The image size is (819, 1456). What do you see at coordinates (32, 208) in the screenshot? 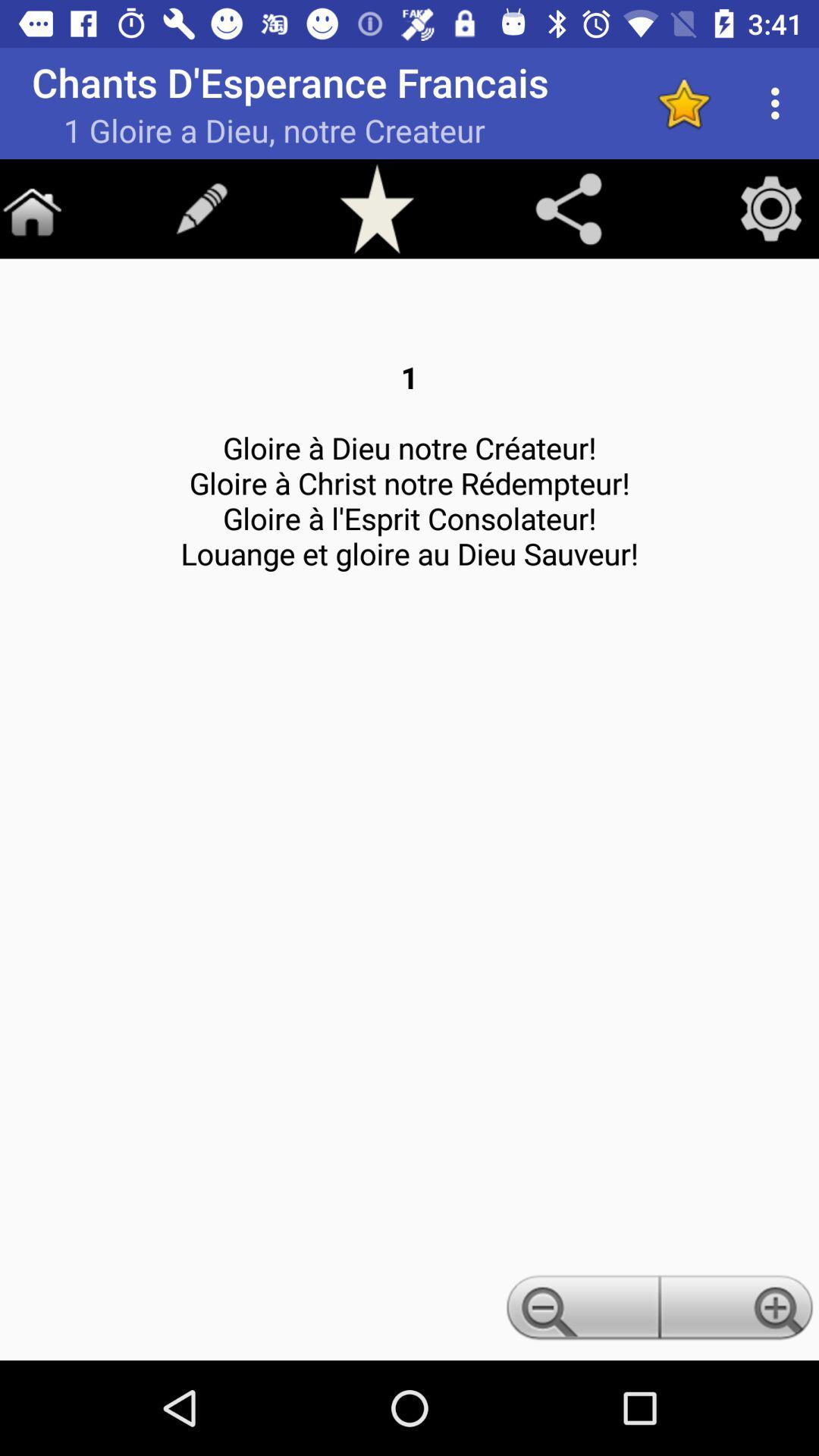
I see `app below the 1 gloire a item` at bounding box center [32, 208].